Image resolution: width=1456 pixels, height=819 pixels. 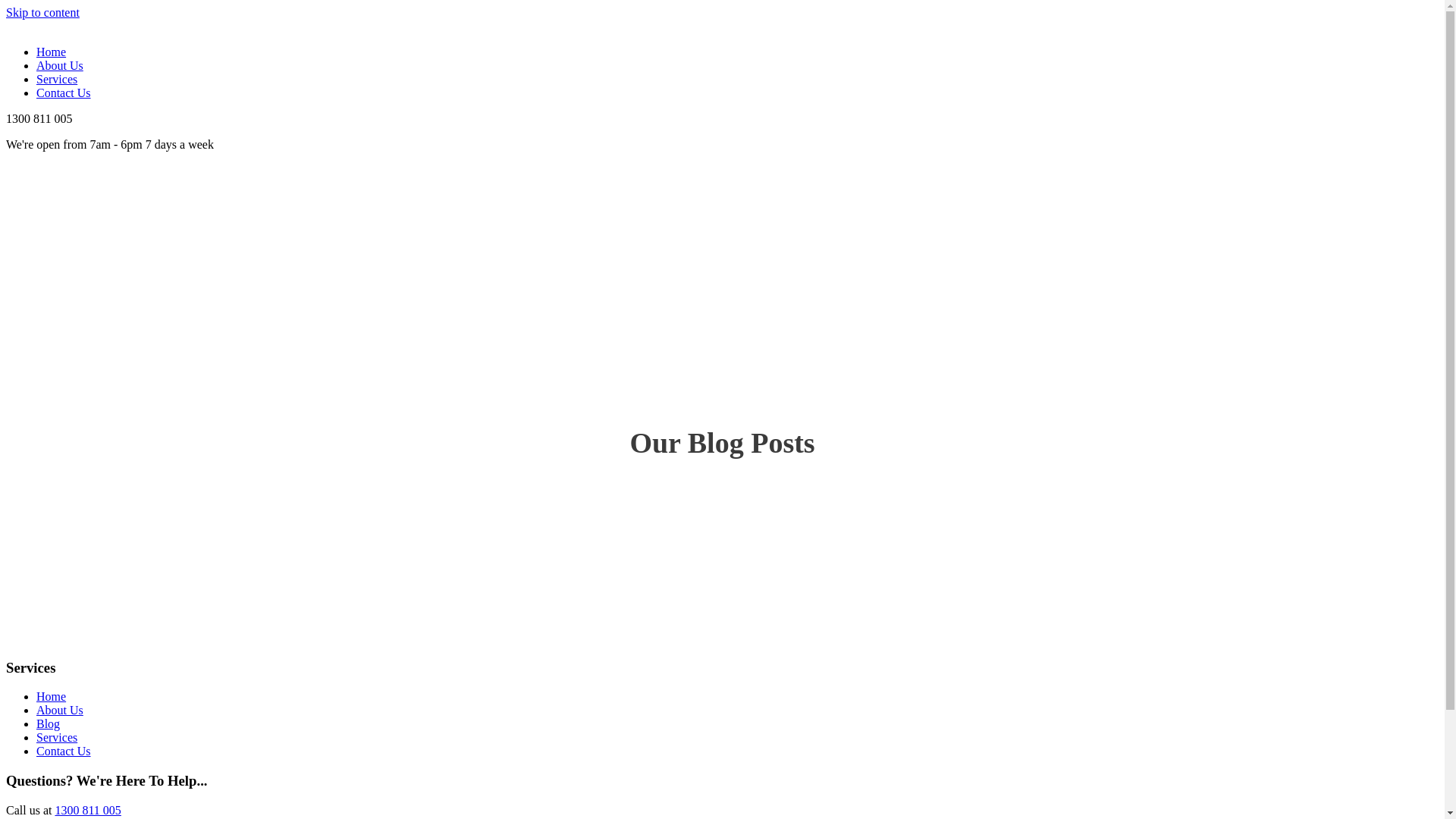 What do you see at coordinates (36, 736) in the screenshot?
I see `'Services'` at bounding box center [36, 736].